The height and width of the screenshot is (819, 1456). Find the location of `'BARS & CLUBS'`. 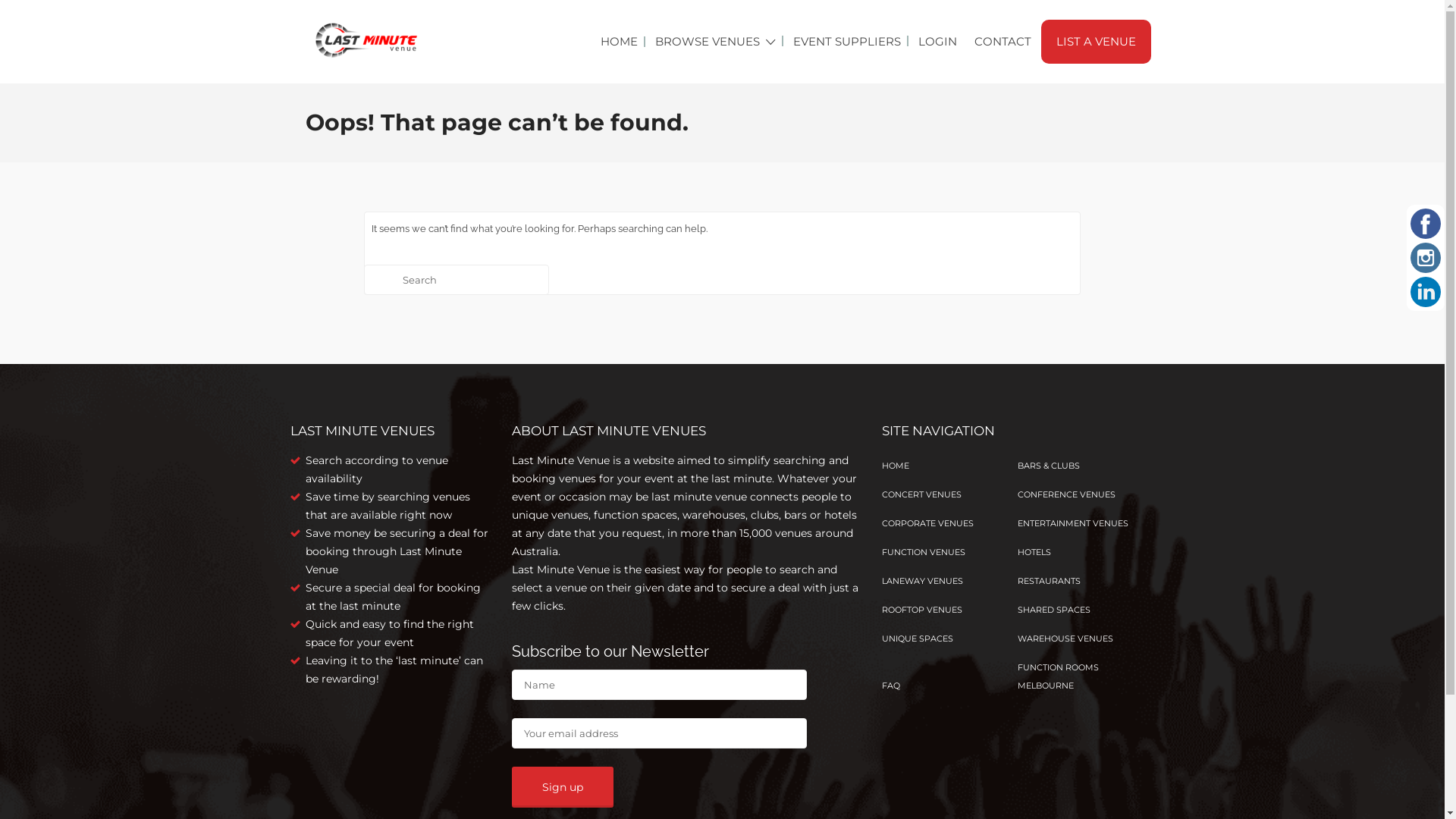

'BARS & CLUBS' is located at coordinates (1047, 464).